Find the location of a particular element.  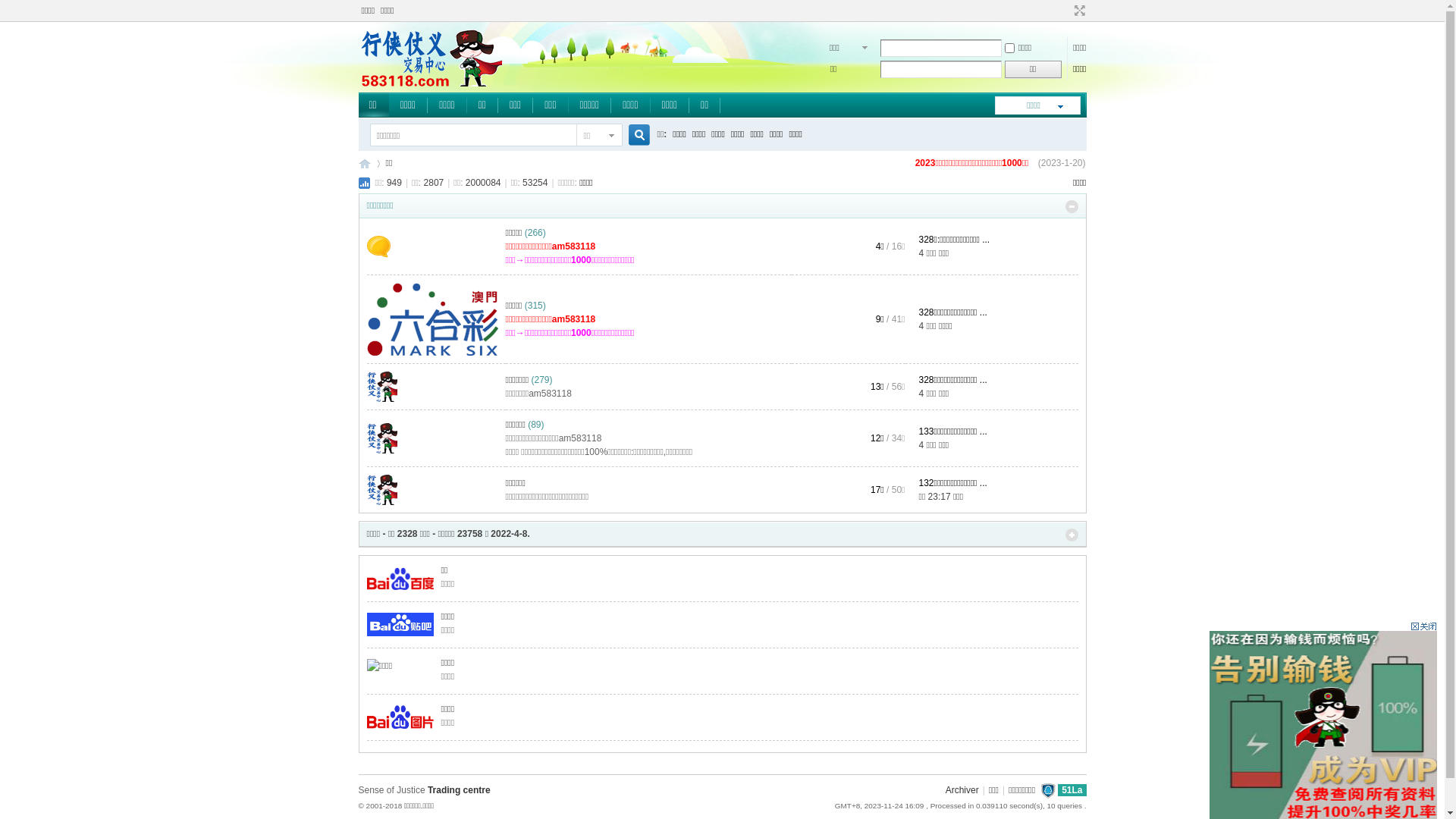

'Trading centre' is located at coordinates (458, 789).